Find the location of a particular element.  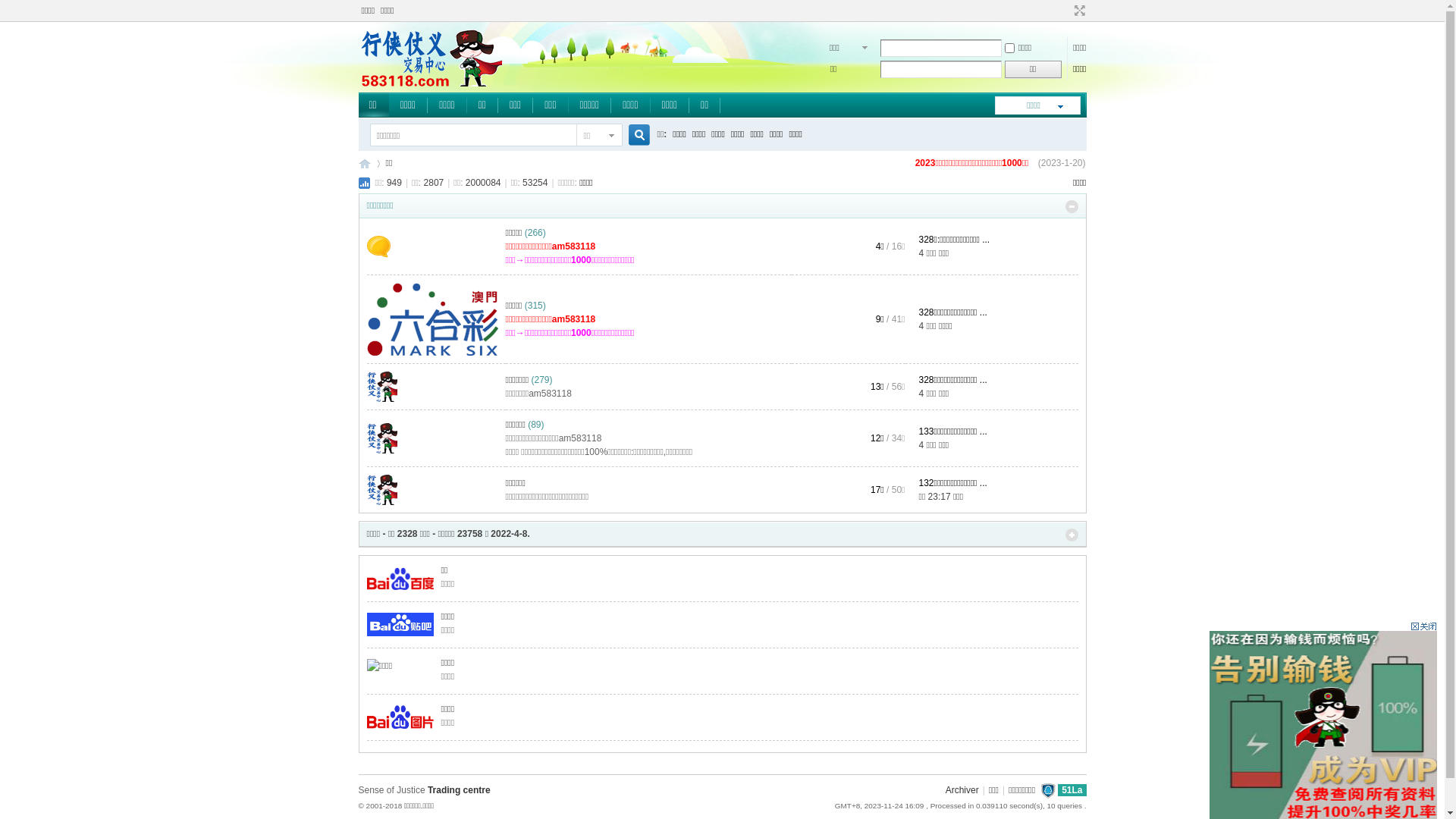

'Trading centre' is located at coordinates (458, 789).